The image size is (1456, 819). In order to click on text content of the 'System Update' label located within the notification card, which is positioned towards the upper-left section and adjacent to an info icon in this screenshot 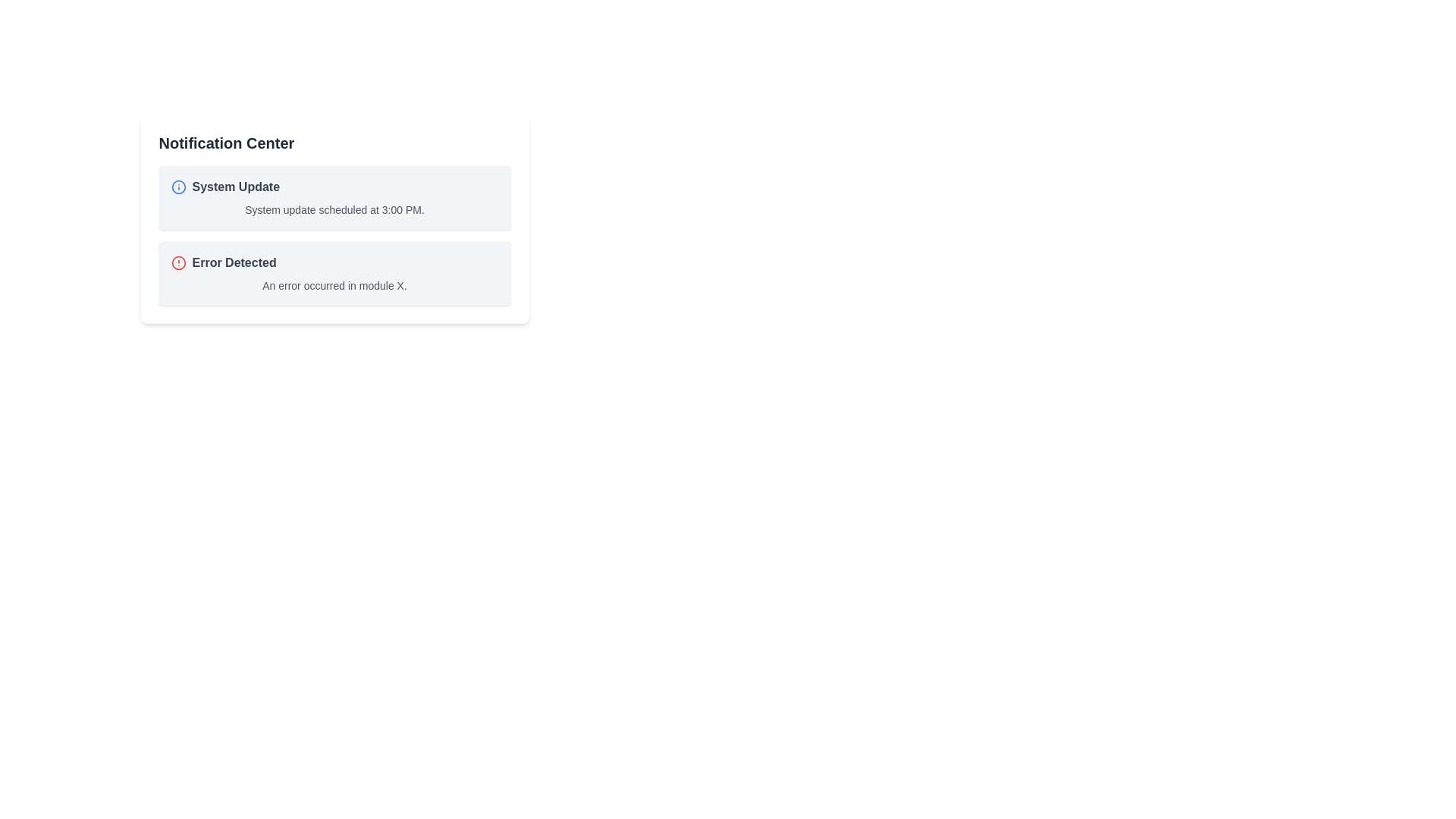, I will do `click(235, 186)`.